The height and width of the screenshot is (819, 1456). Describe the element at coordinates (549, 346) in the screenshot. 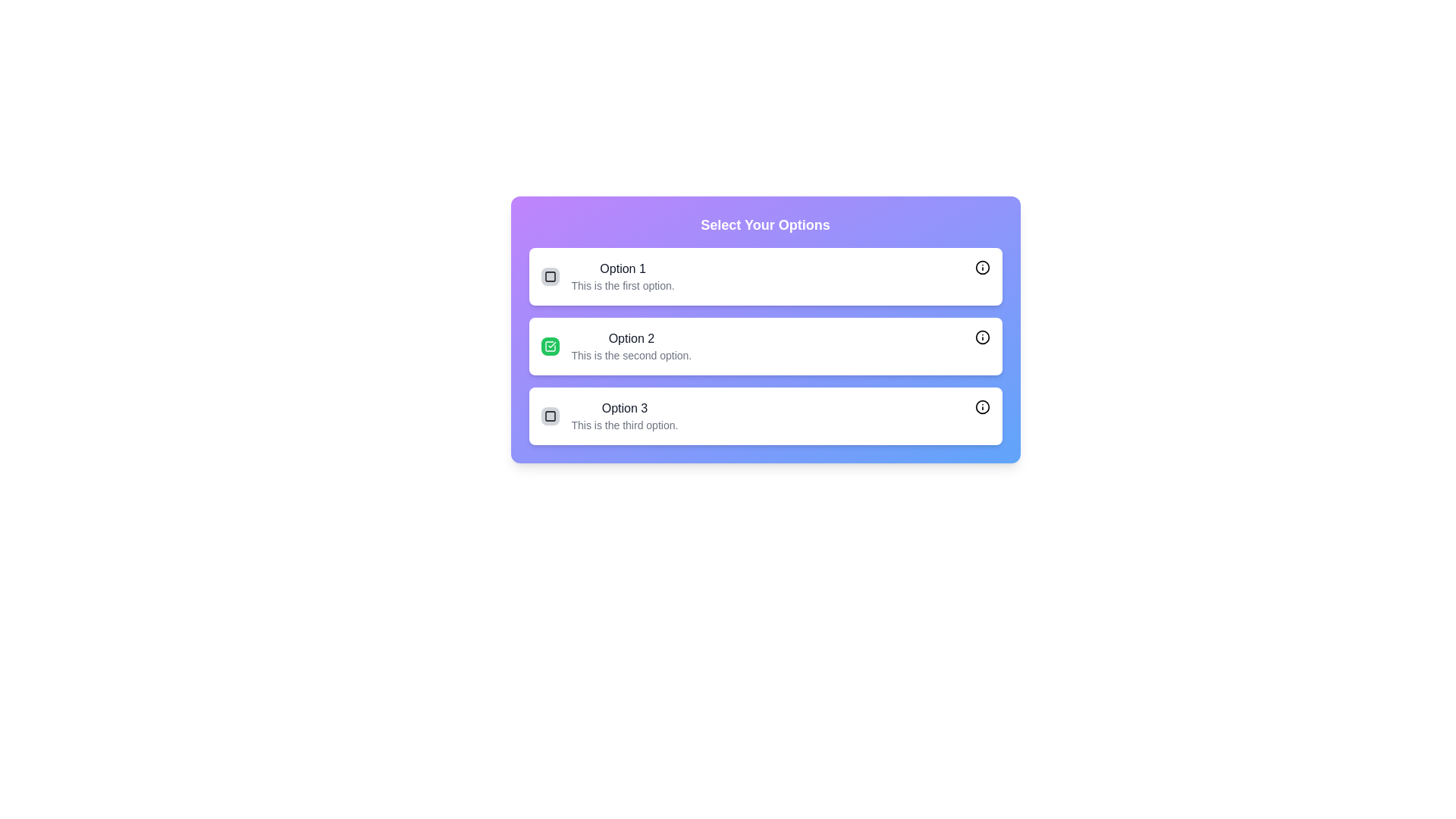

I see `the square-shaped checkbox icon with a rounded green background and a white checkmark outline` at that location.